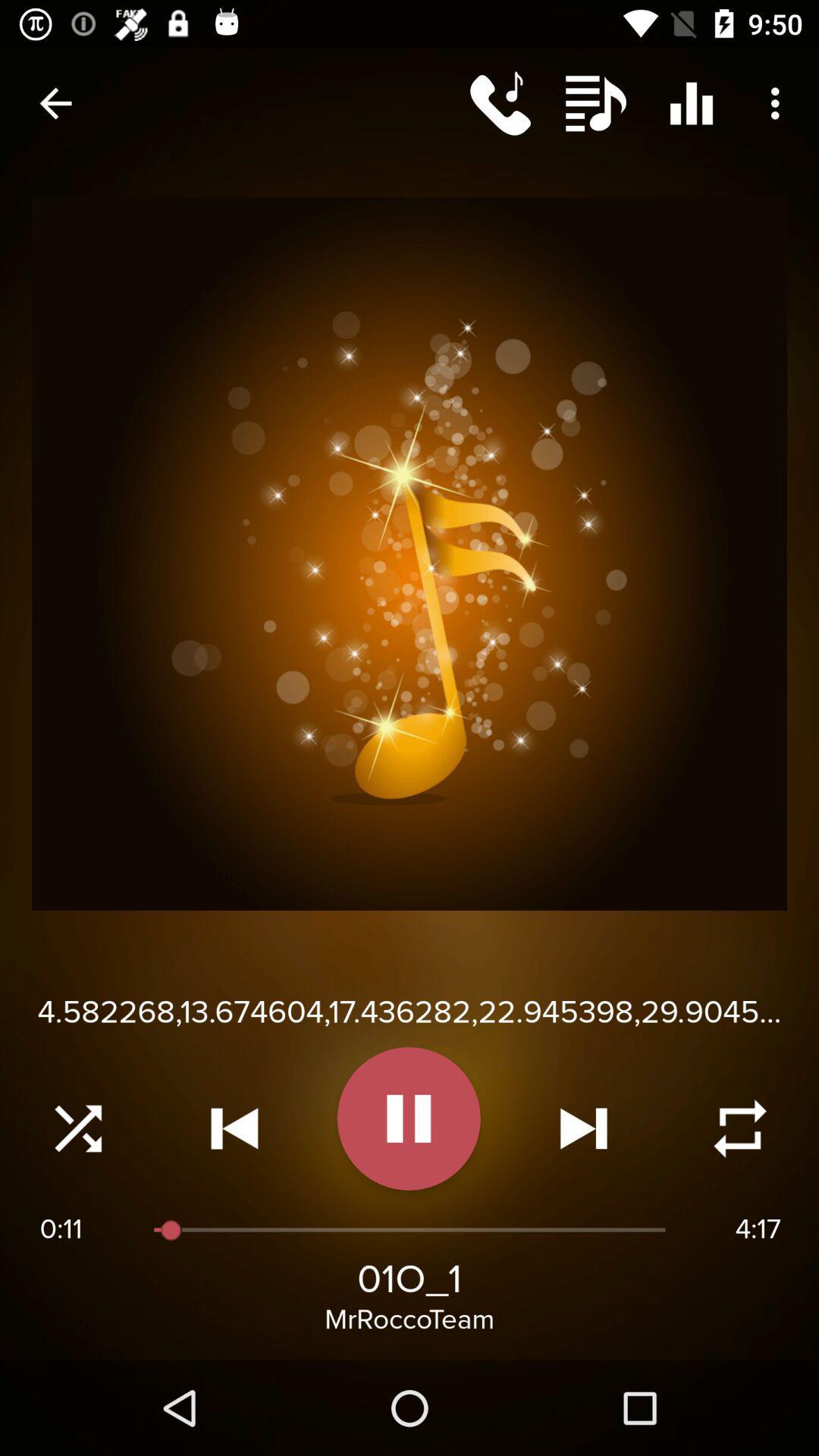 This screenshot has height=1456, width=819. Describe the element at coordinates (78, 1128) in the screenshot. I see `the close icon` at that location.